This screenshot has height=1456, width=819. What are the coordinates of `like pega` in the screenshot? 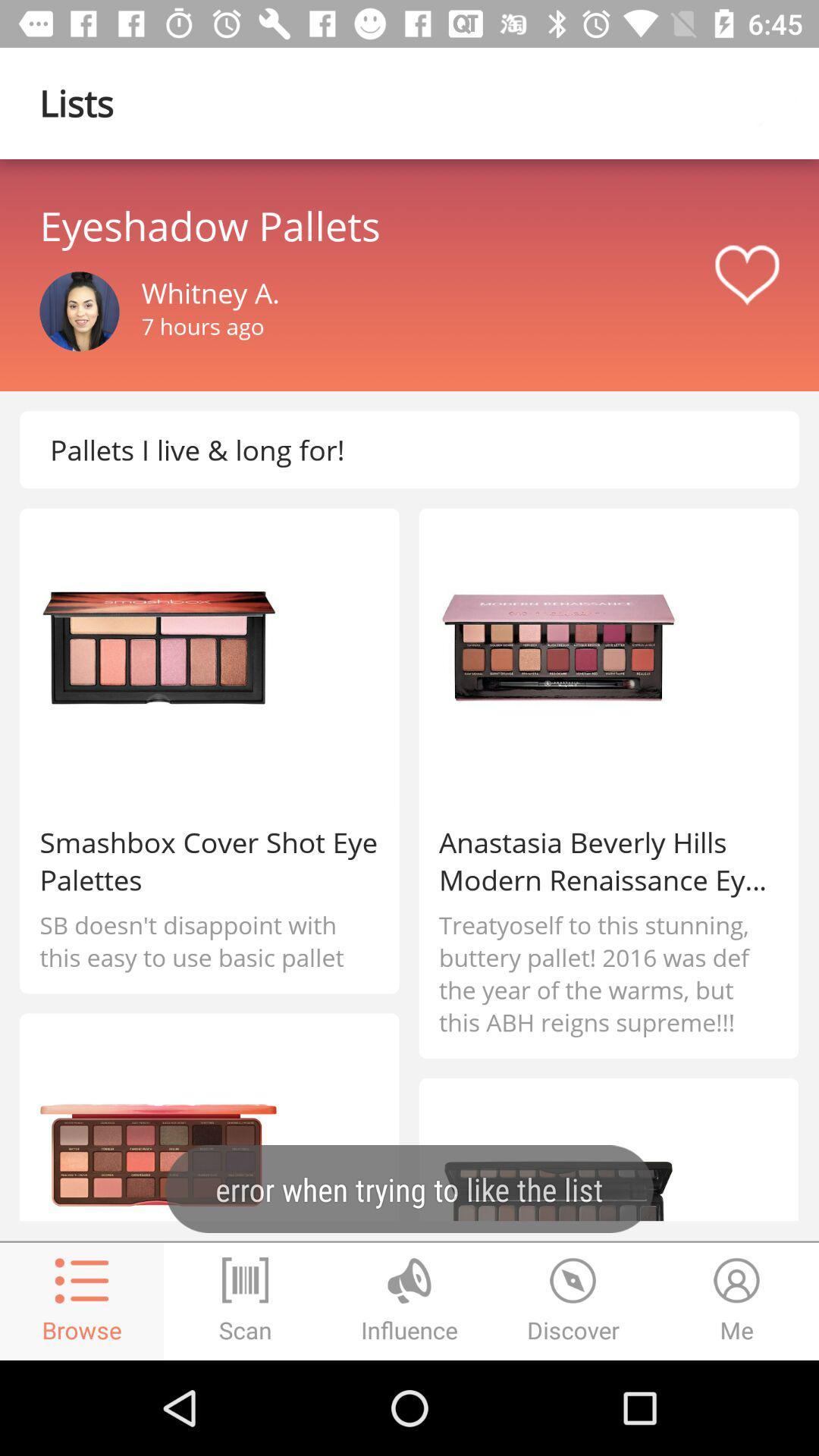 It's located at (746, 275).